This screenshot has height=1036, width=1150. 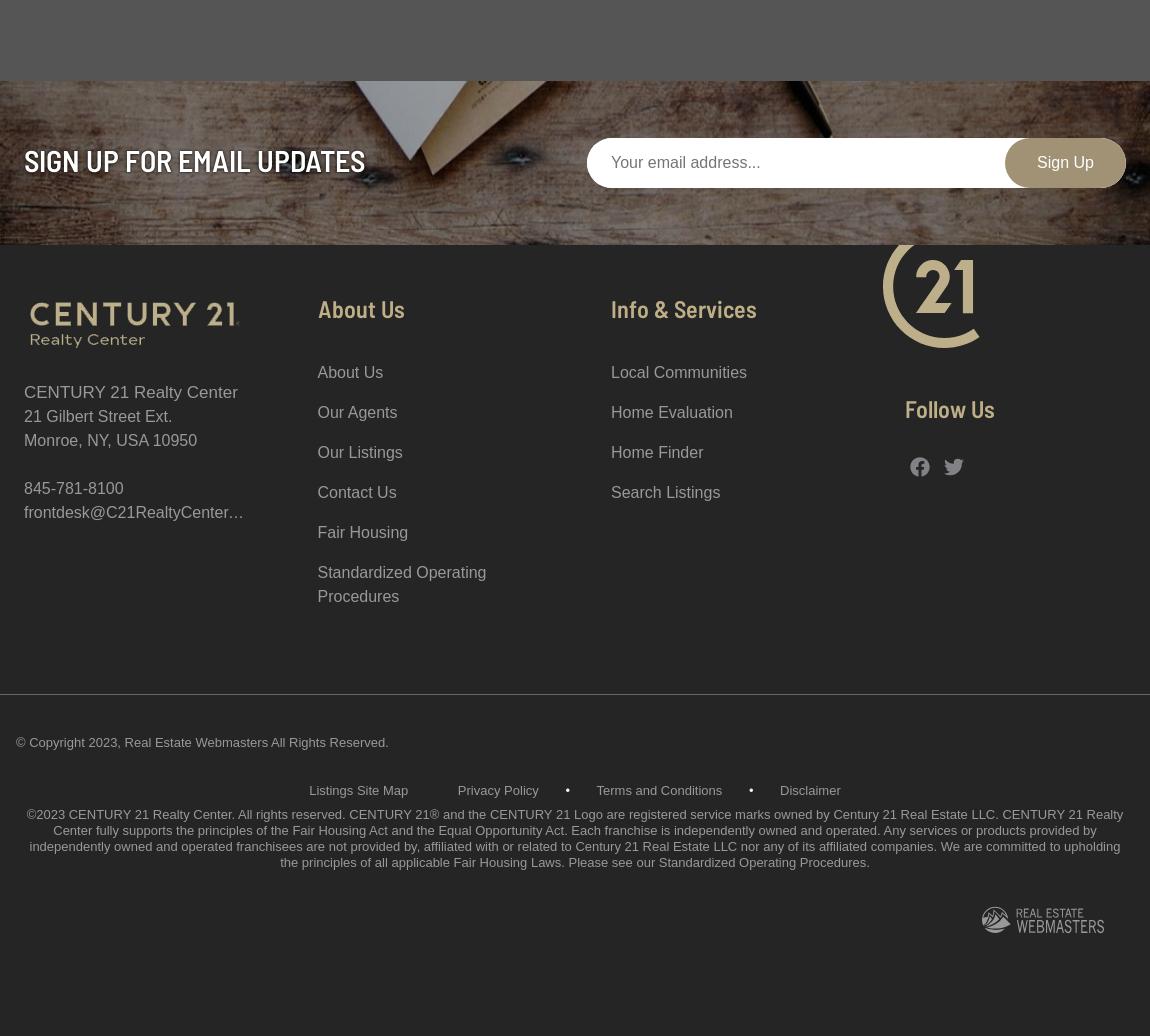 I want to click on 'CENTURY 21 Realty Center', so click(x=129, y=392).